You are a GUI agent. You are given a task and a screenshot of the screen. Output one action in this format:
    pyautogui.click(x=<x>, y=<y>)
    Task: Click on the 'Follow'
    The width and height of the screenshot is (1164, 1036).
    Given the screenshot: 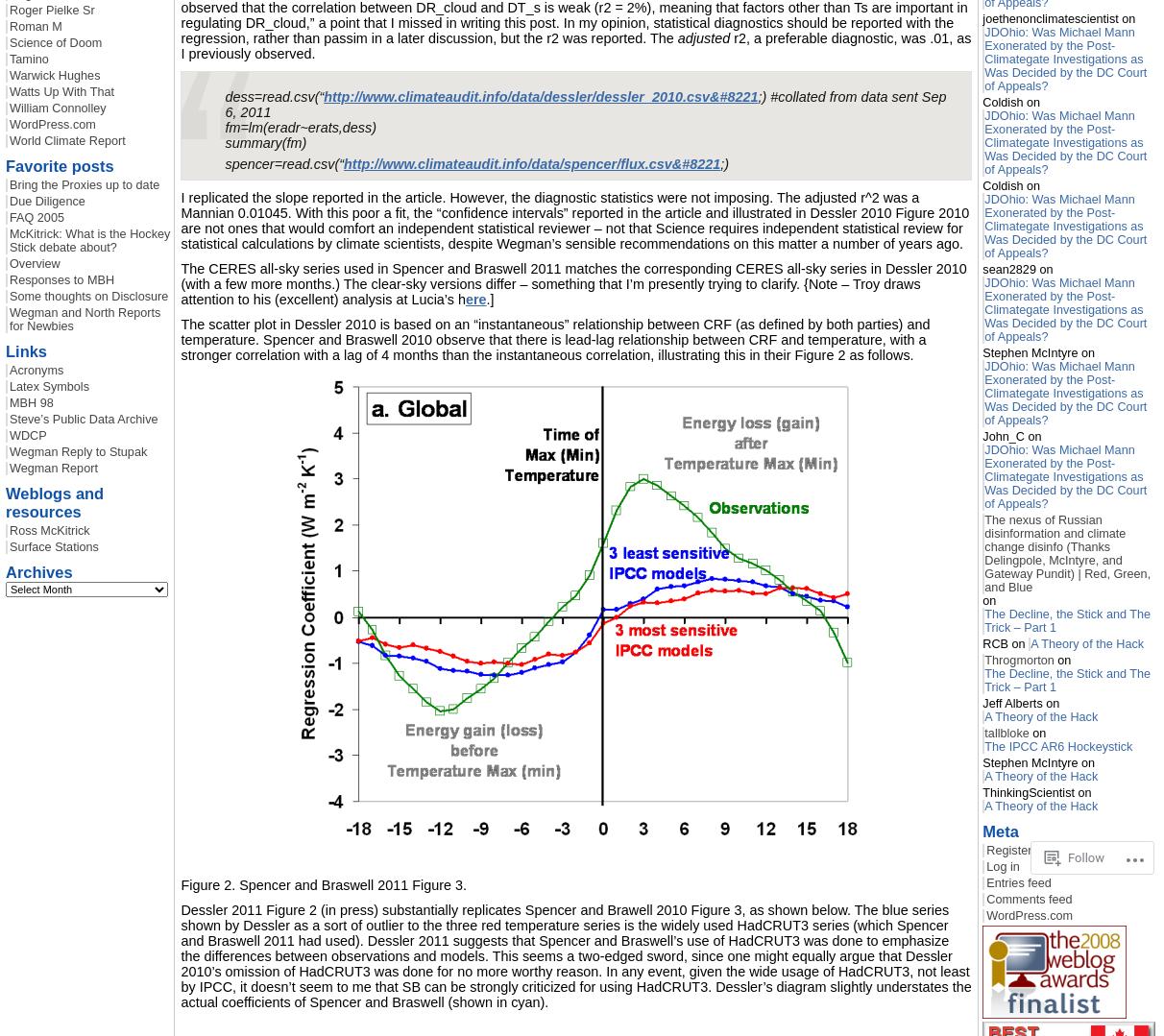 What is the action you would take?
    pyautogui.click(x=1085, y=856)
    